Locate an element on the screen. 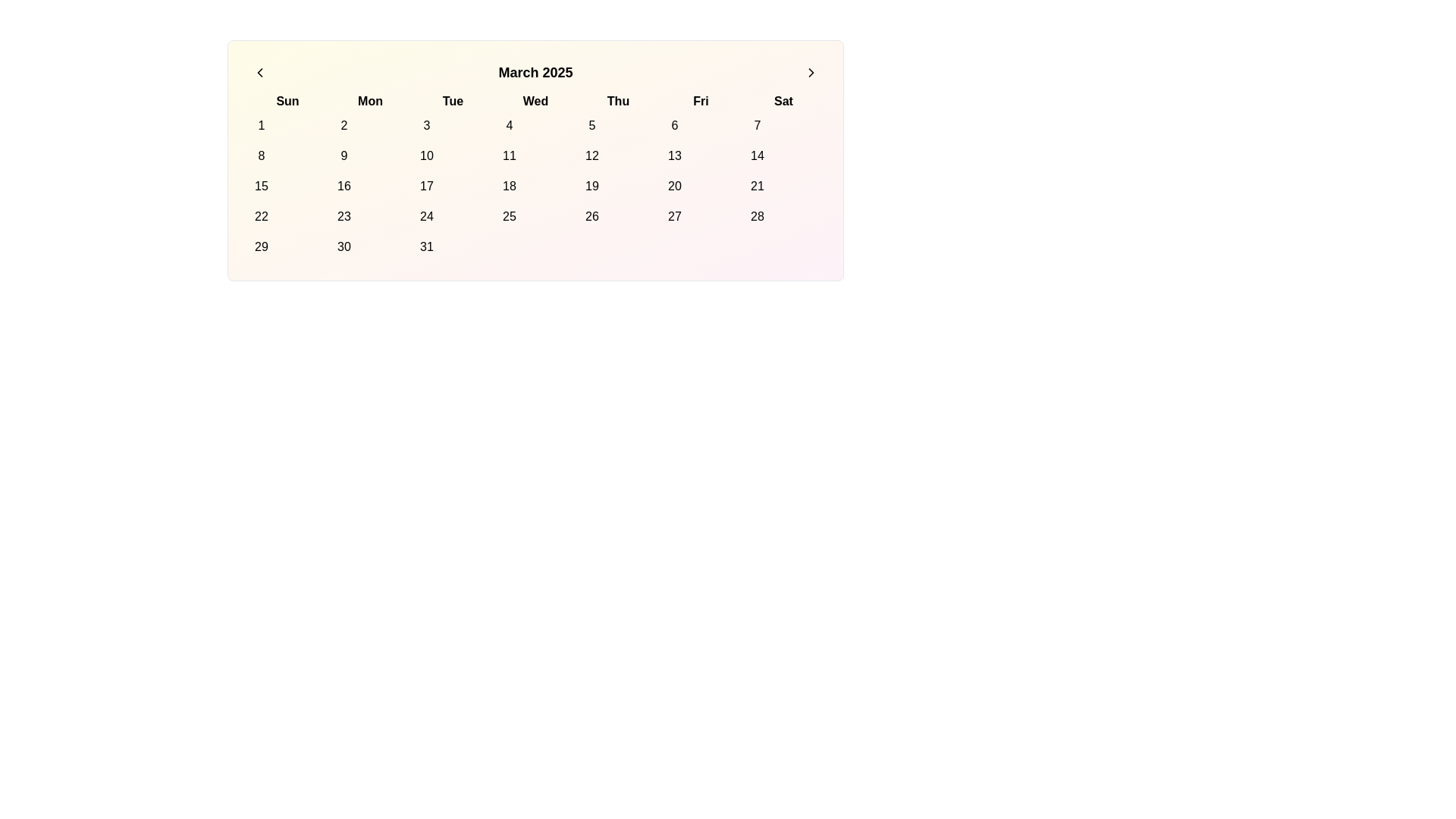 The width and height of the screenshot is (1456, 819). the Interactive calendar day button representing the 12th day is located at coordinates (591, 155).